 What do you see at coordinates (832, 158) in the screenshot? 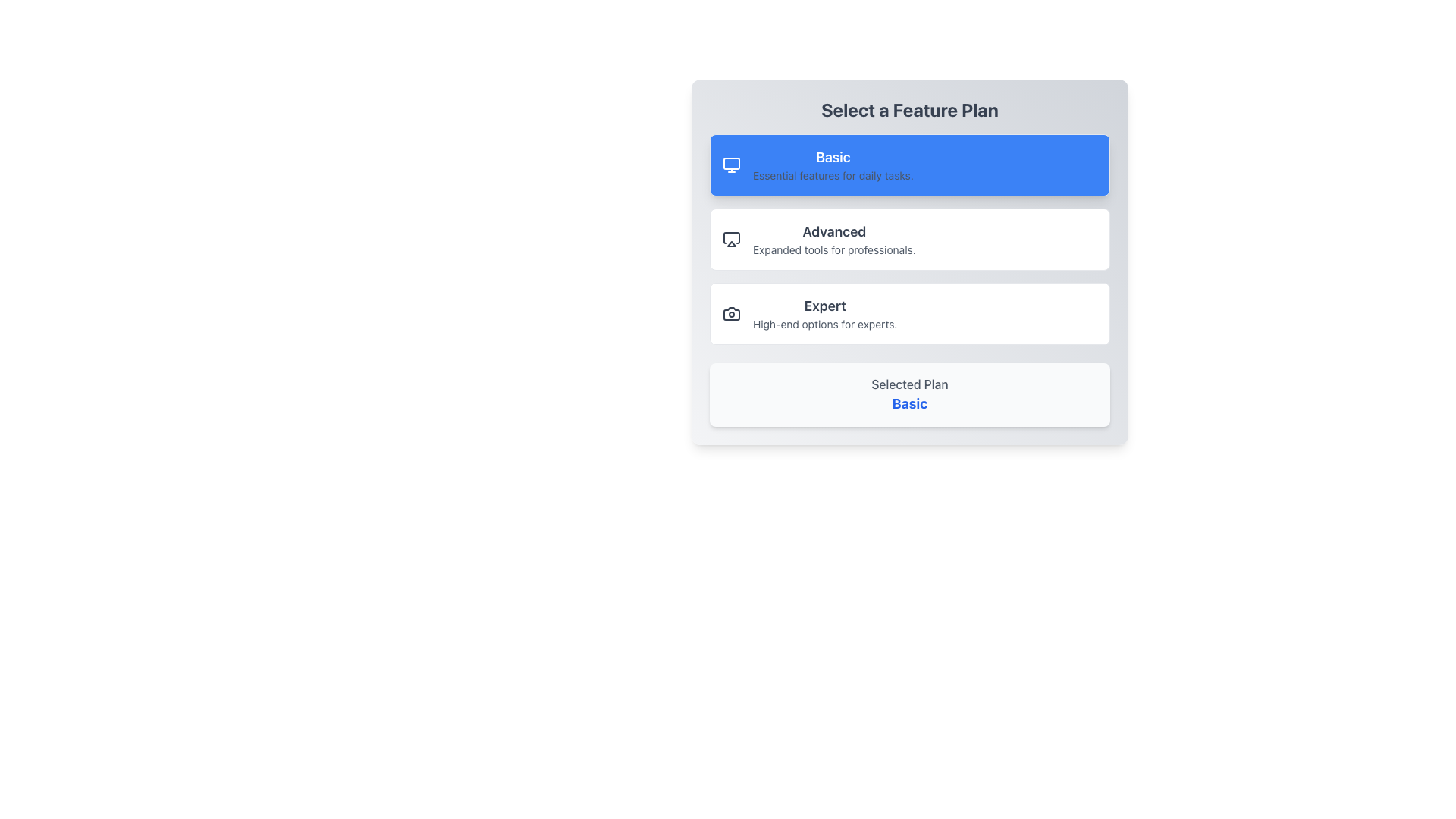
I see `the 'Basic' feature plan text label, which serves as a heading to distinguish this option from others in the feature selection panel` at bounding box center [832, 158].